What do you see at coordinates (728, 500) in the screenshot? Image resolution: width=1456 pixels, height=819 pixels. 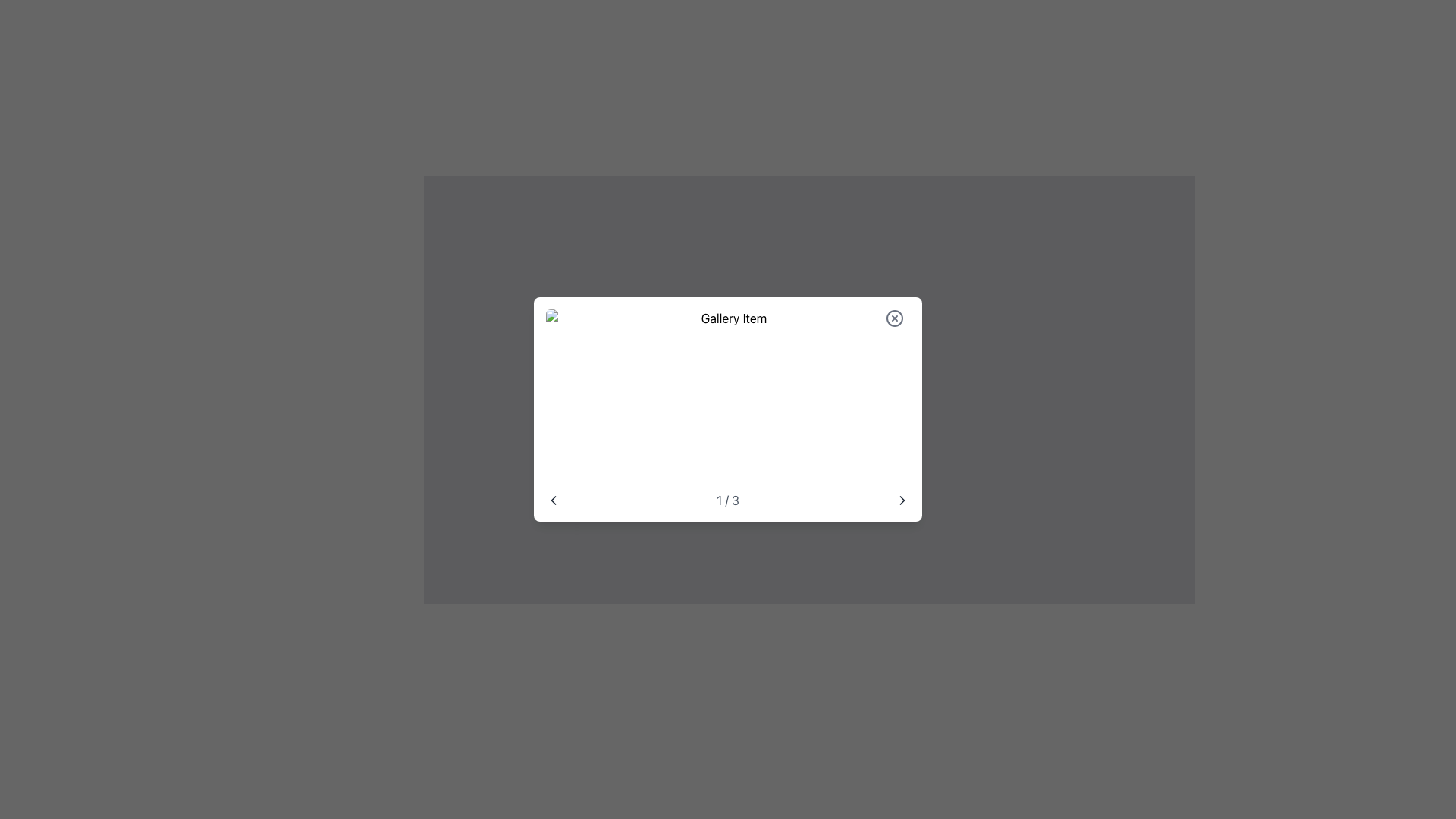 I see `the text label indicating the current position in a series, showing '1 / 3', which is centered between navigational arrows in the modal box` at bounding box center [728, 500].